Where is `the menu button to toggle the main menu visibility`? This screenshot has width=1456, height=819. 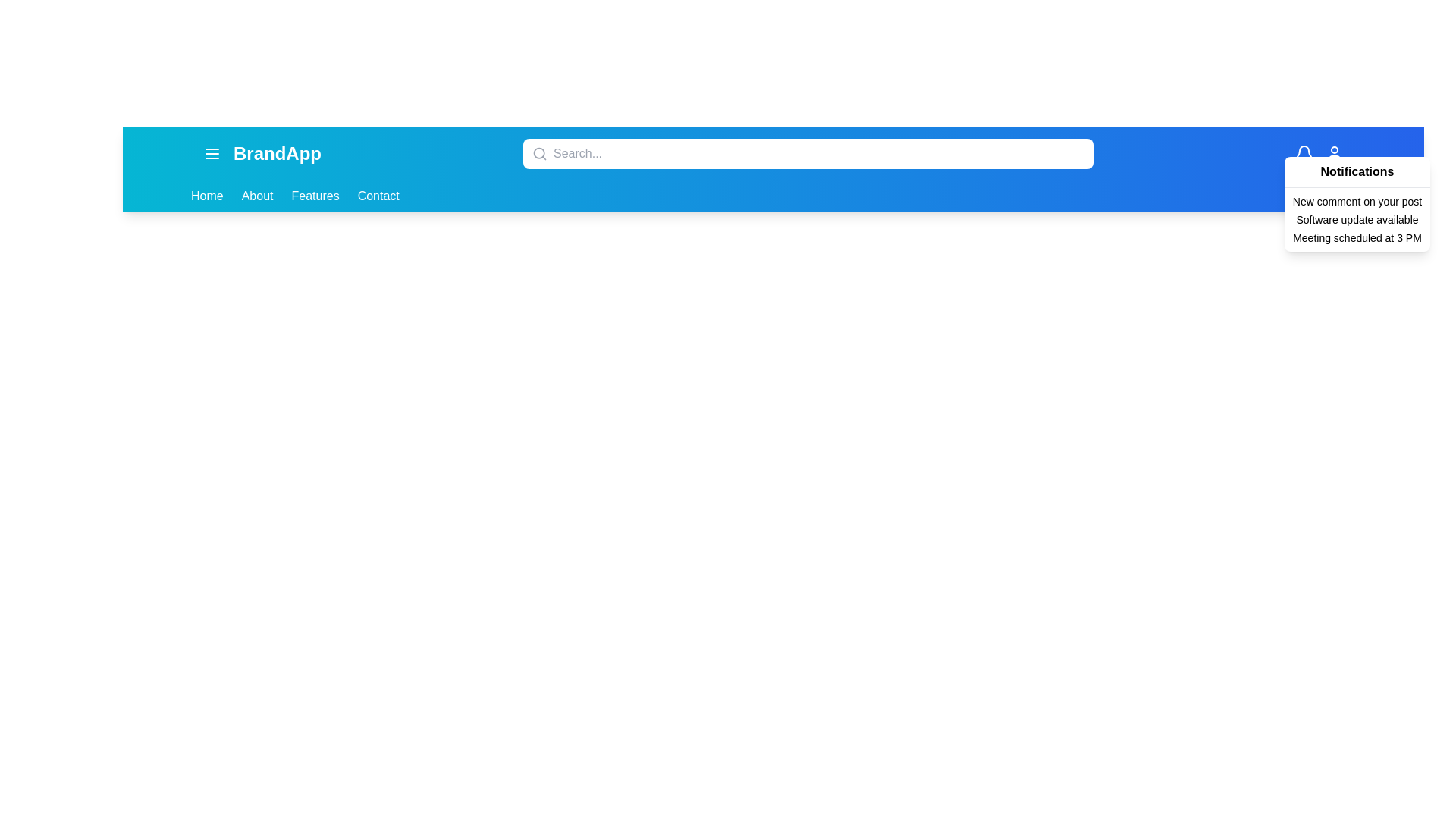
the menu button to toggle the main menu visibility is located at coordinates (211, 154).